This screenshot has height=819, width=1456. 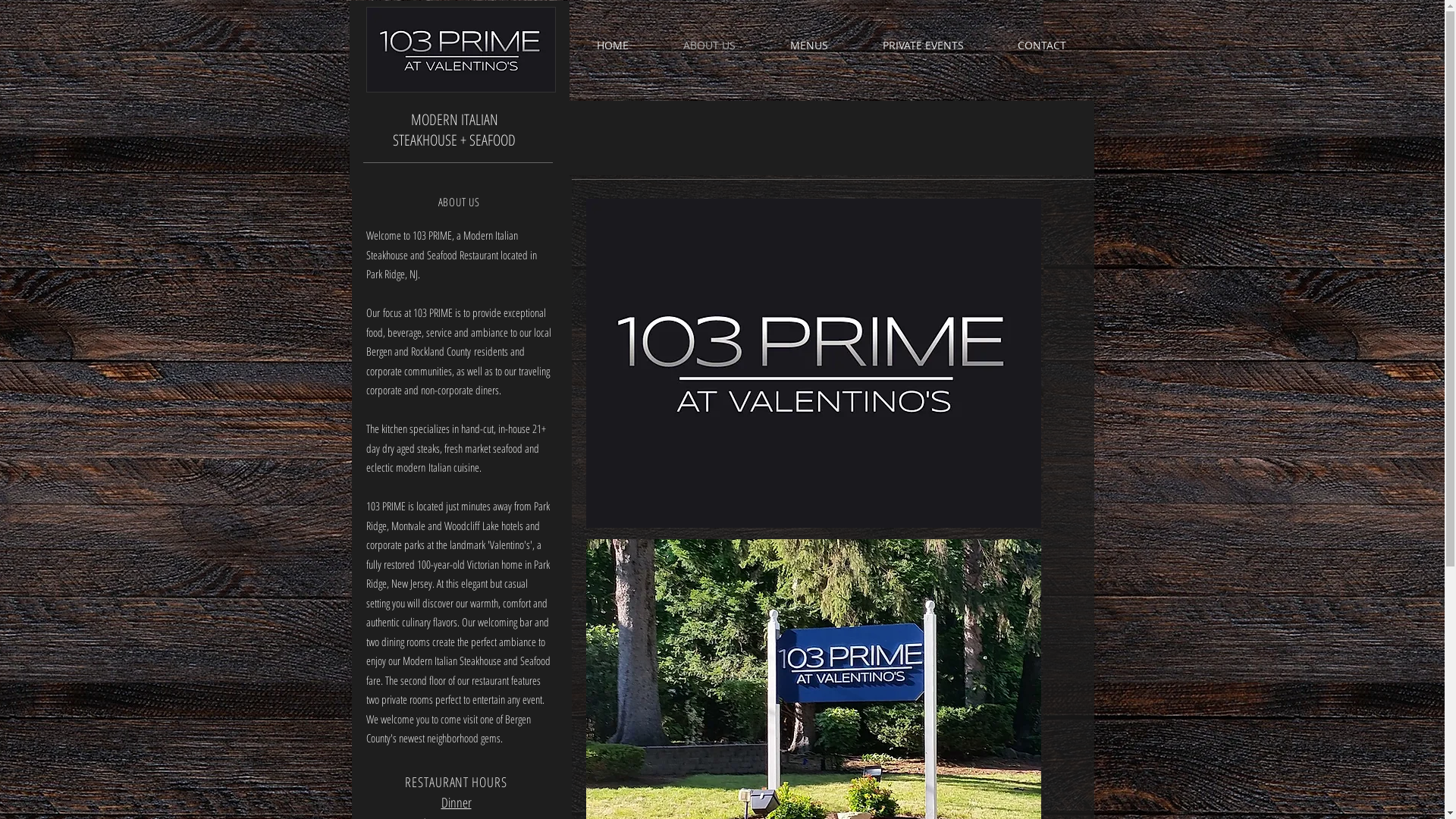 I want to click on 'HOME', so click(x=611, y=45).